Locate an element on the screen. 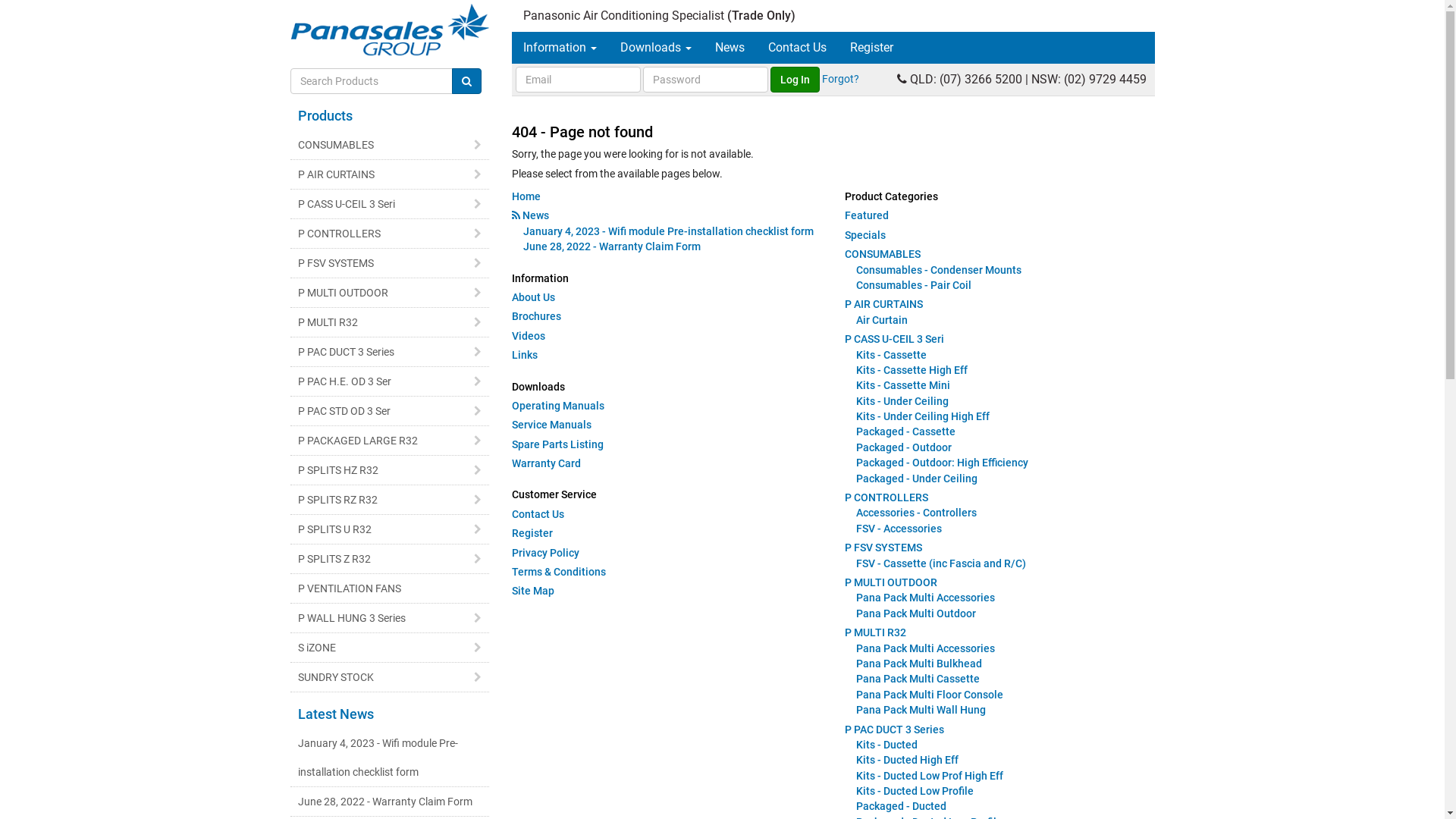  'Specials' is located at coordinates (843, 234).